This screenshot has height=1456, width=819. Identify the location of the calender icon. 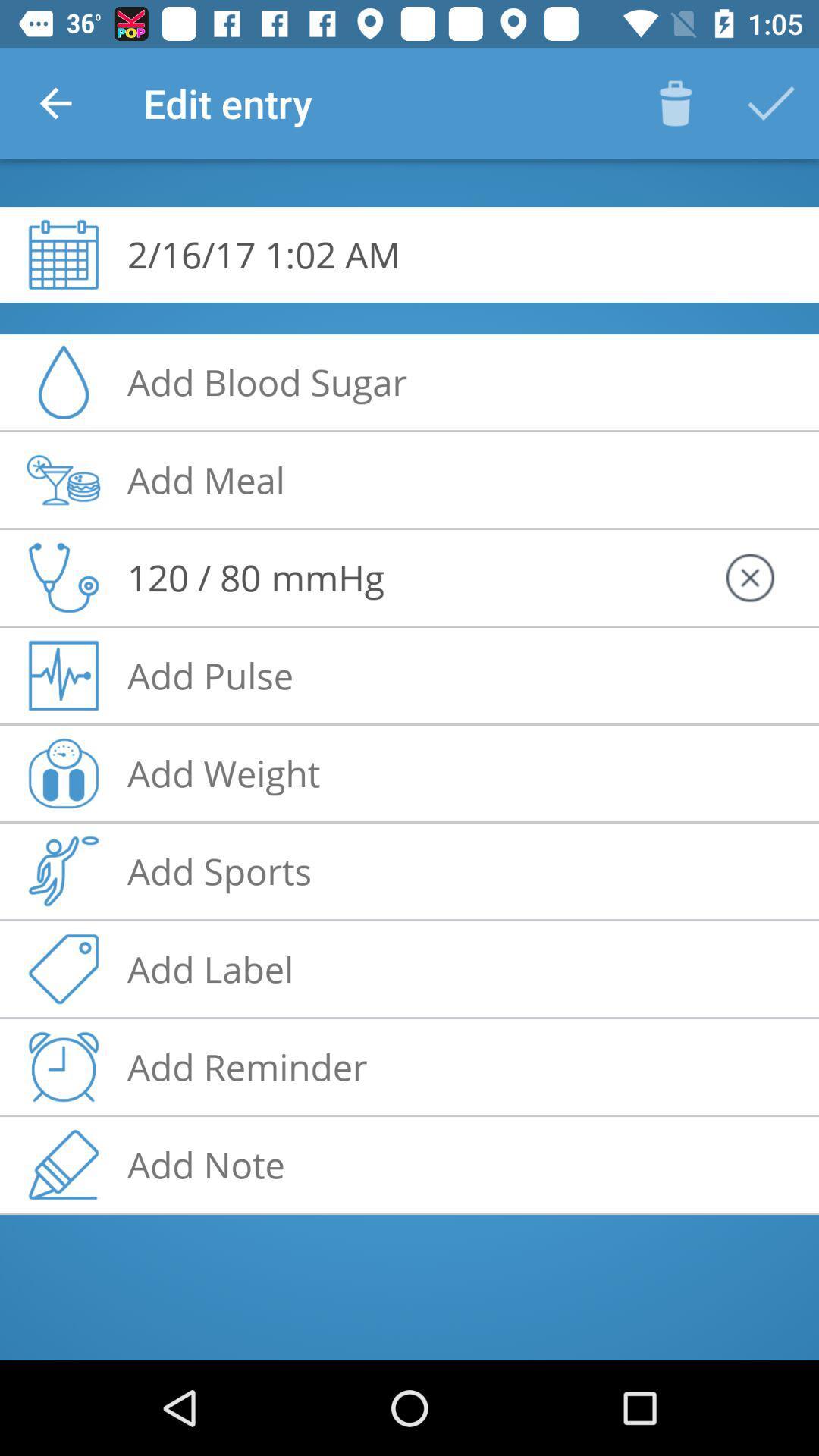
(63, 255).